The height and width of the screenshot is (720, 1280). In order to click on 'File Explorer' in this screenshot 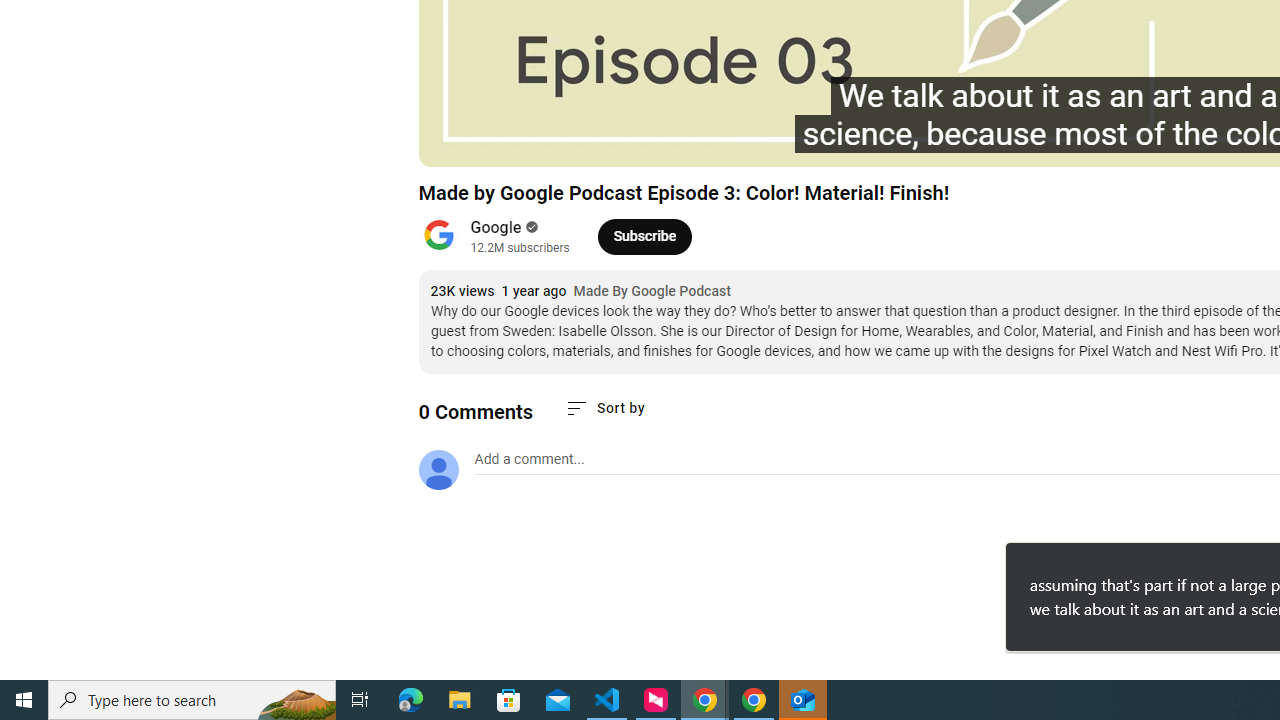, I will do `click(459, 698)`.